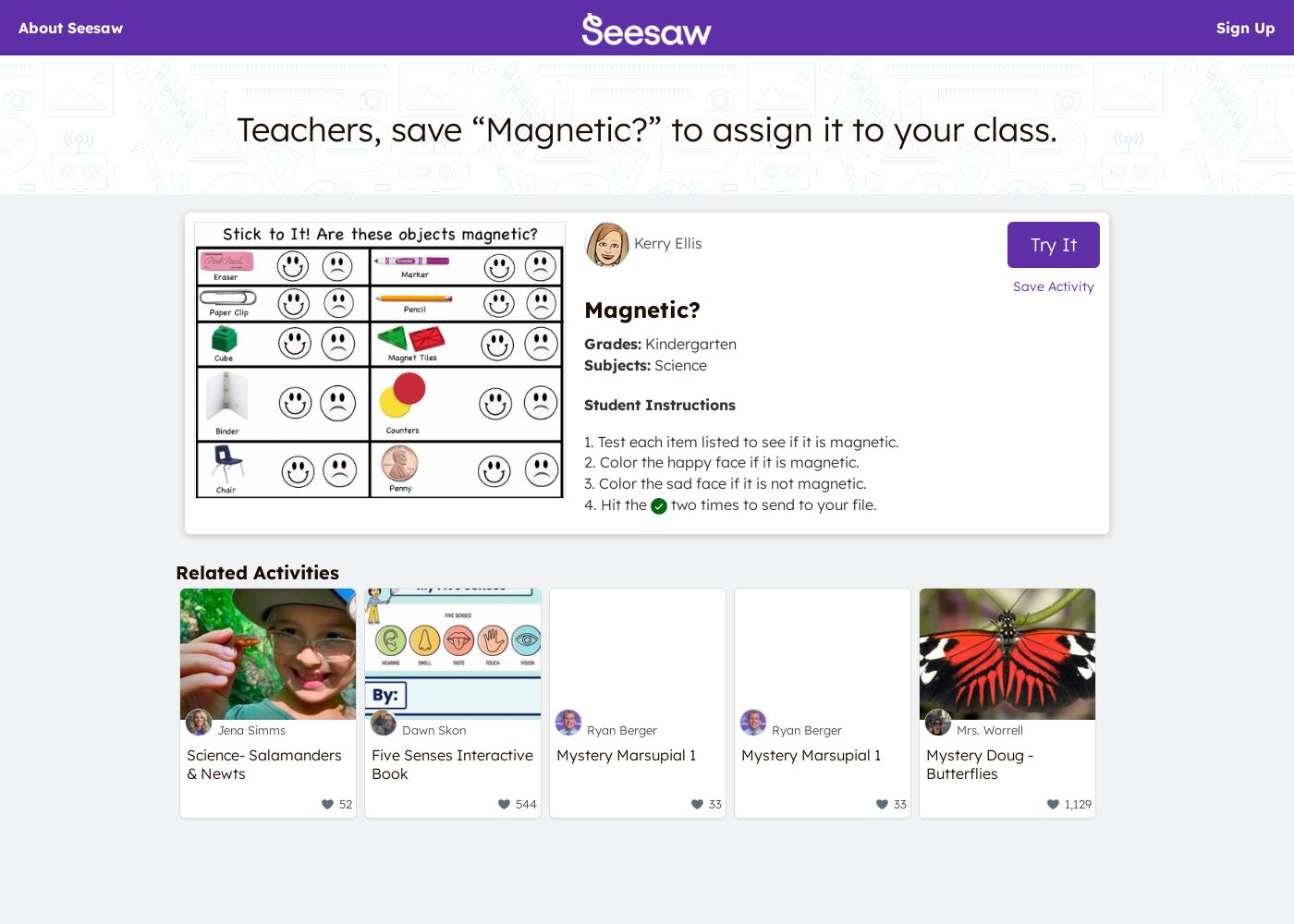  I want to click on '1. Test each item listed to see if it is magnetic.
2. Color the happy face if it is magnetic.
3. Color the sad face if it is not magnetic.
4. Hit the', so click(583, 472).